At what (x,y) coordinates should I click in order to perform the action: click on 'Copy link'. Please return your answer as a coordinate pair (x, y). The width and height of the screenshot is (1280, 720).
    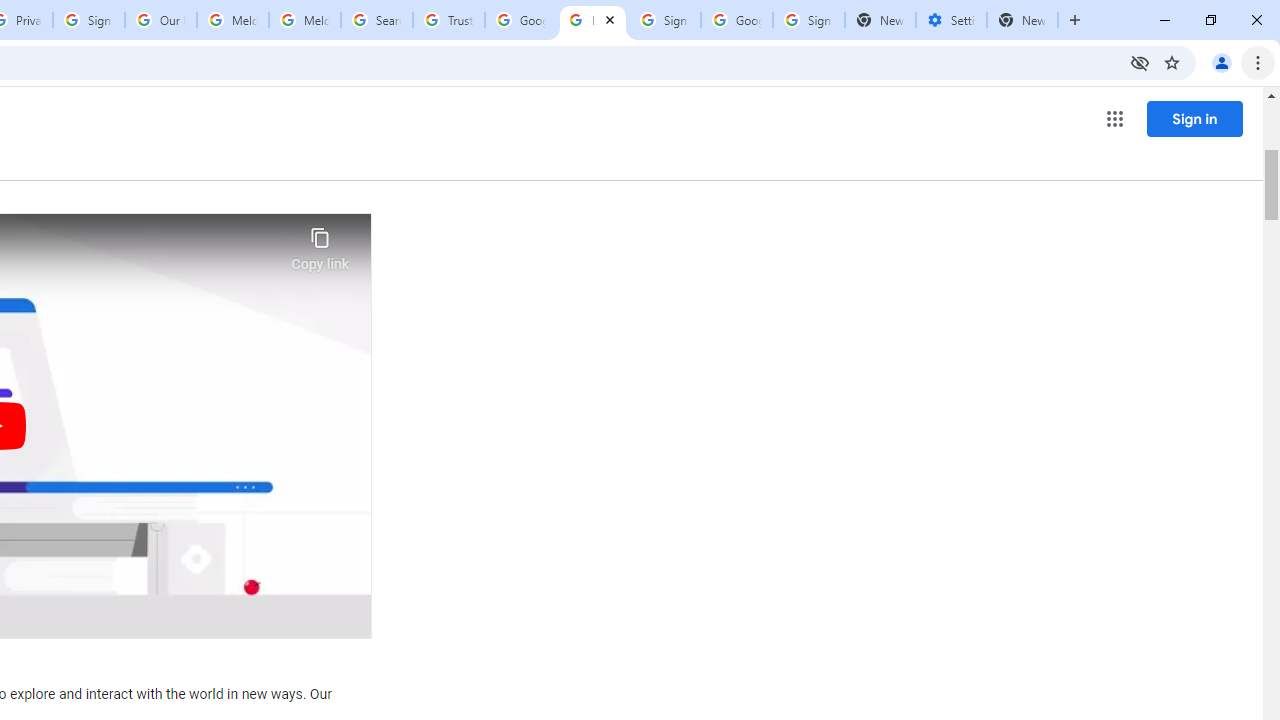
    Looking at the image, I should click on (320, 243).